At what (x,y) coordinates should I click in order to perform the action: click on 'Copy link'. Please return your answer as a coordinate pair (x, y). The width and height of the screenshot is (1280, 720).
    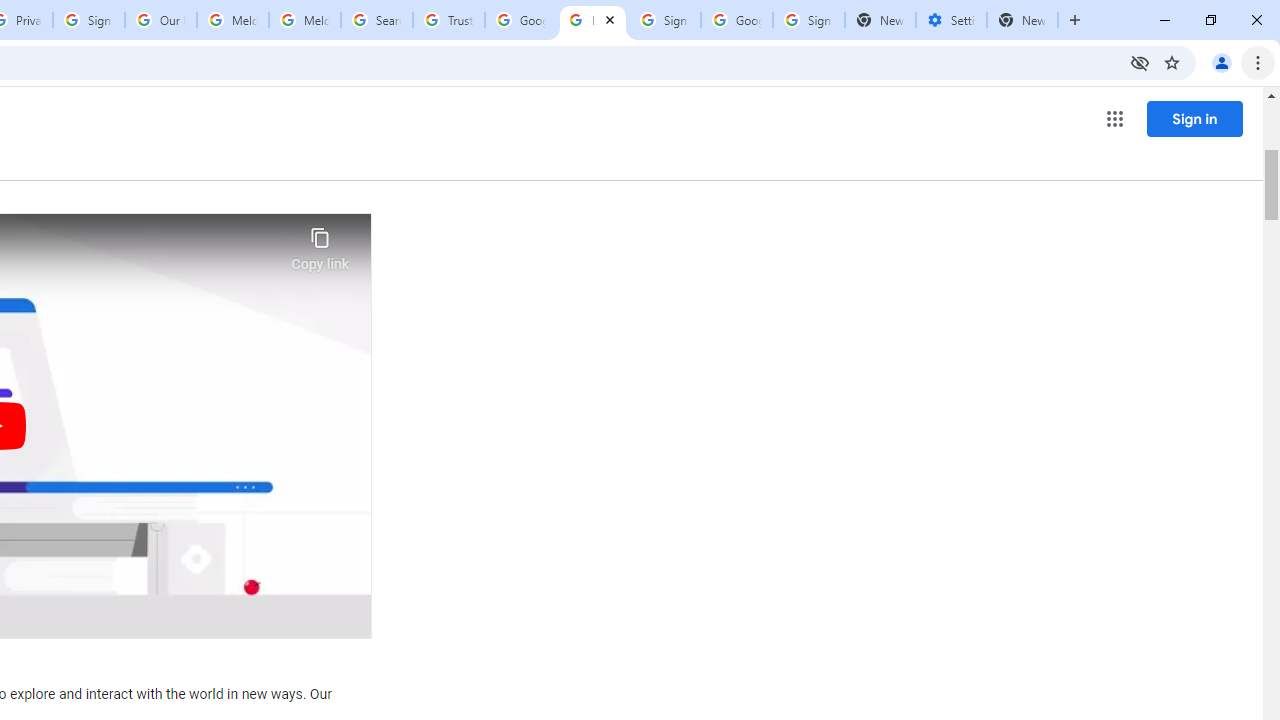
    Looking at the image, I should click on (320, 243).